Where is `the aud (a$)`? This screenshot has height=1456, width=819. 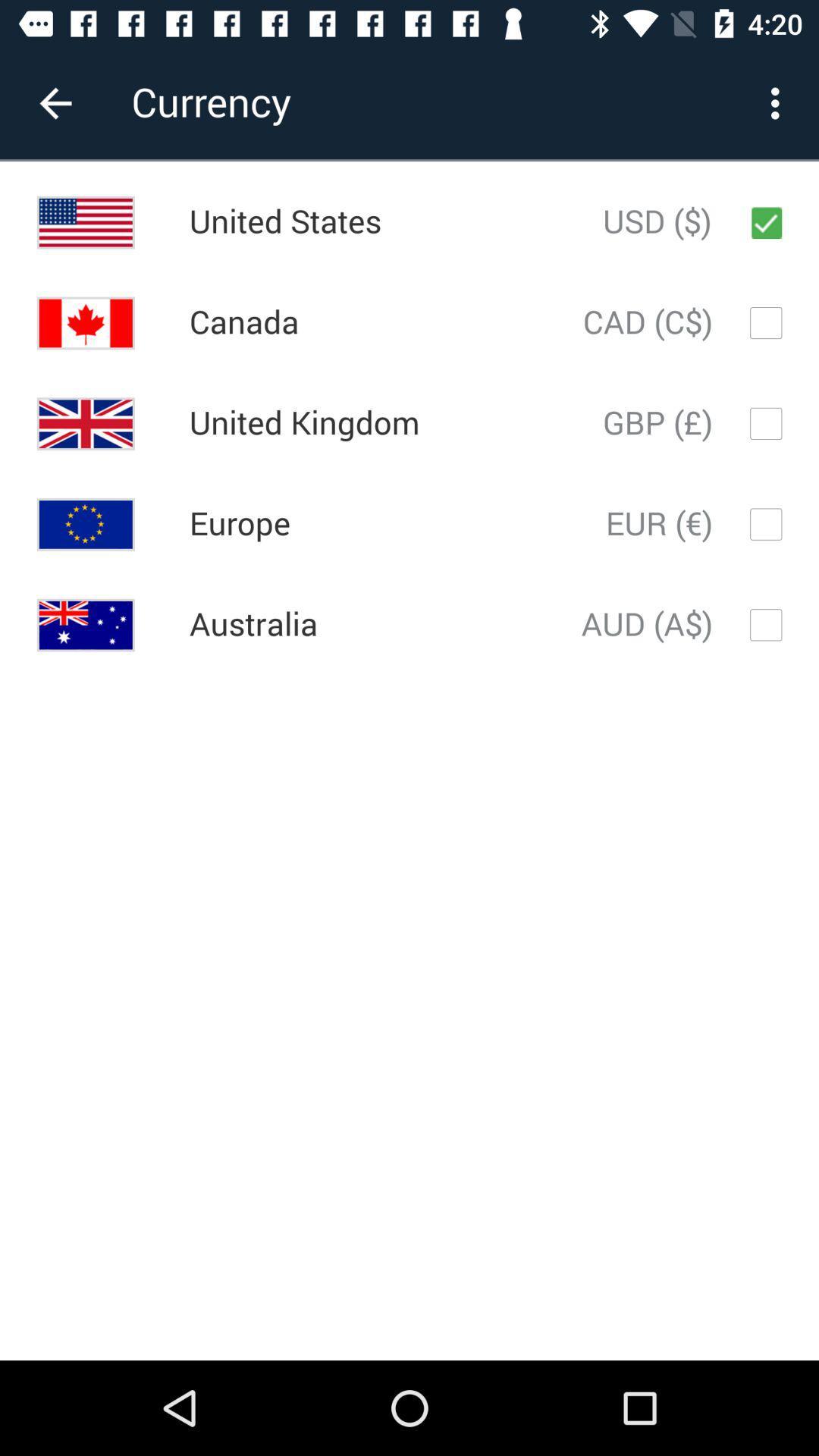
the aud (a$) is located at coordinates (647, 625).